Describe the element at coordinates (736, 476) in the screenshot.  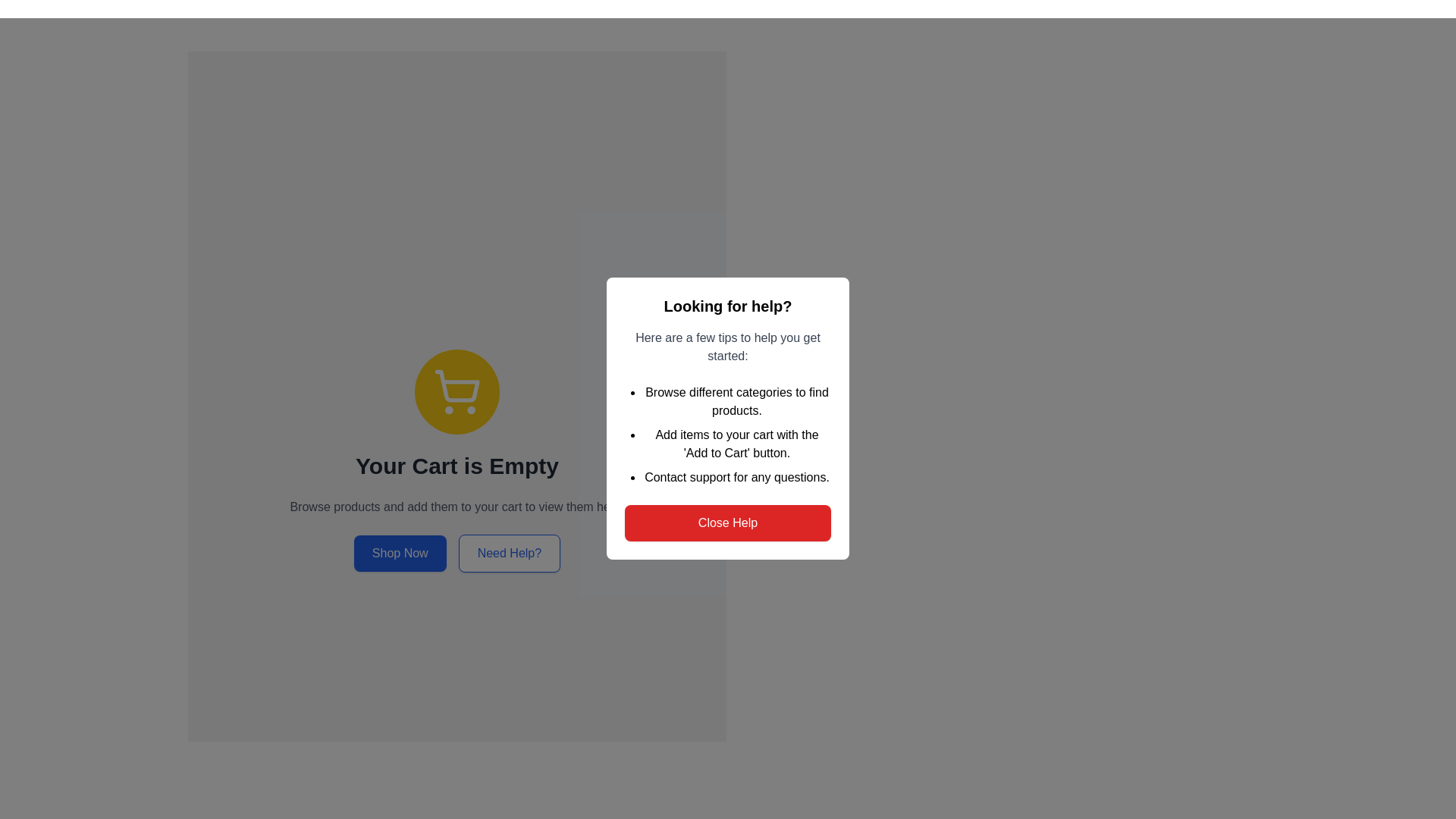
I see `the static text that reads 'Contact support for any questions.' which is the third item in a bulleted list within the modal titled 'Looking for help?'` at that location.